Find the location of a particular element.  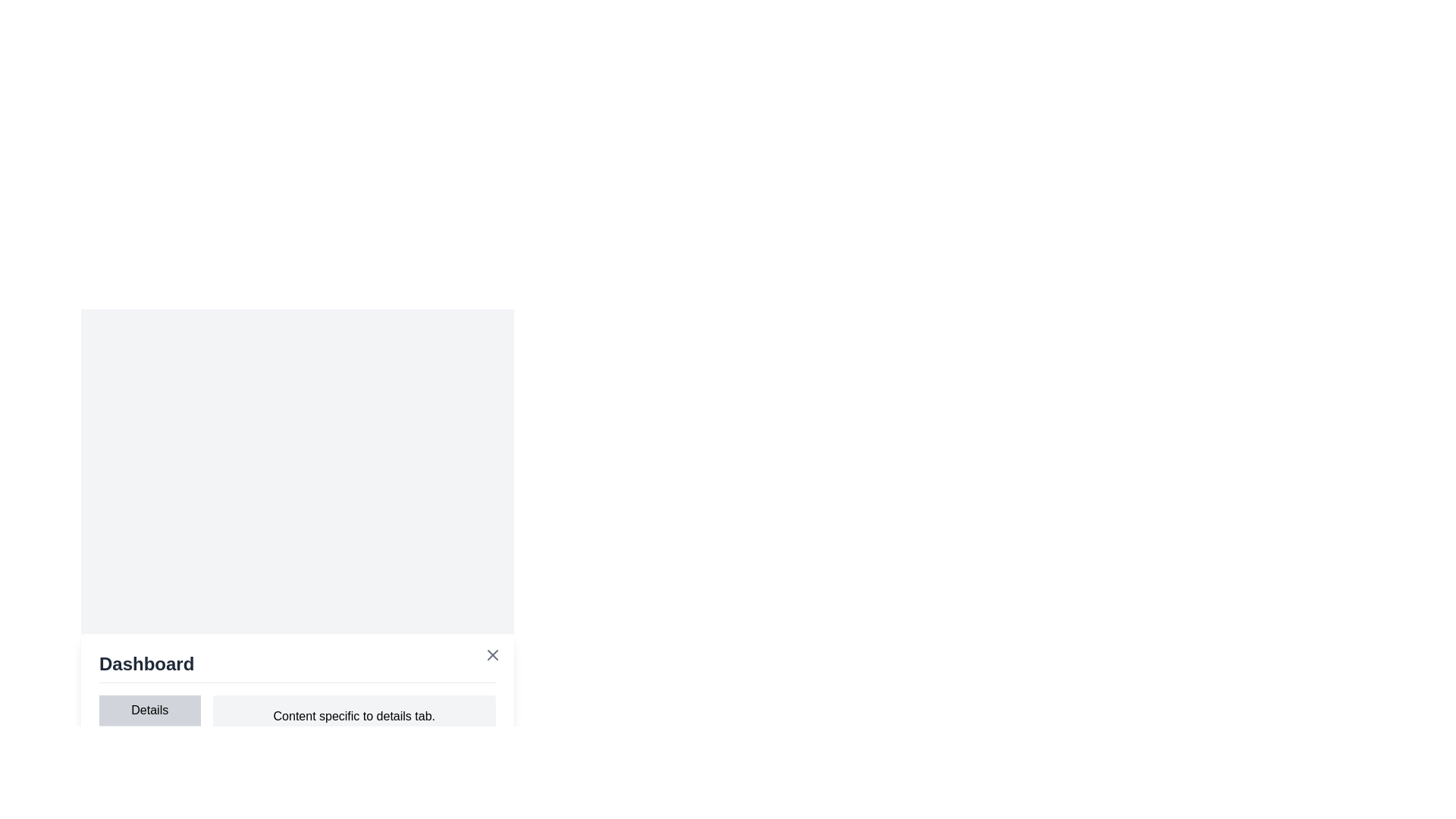

the Details tab and interact with its content is located at coordinates (149, 710).